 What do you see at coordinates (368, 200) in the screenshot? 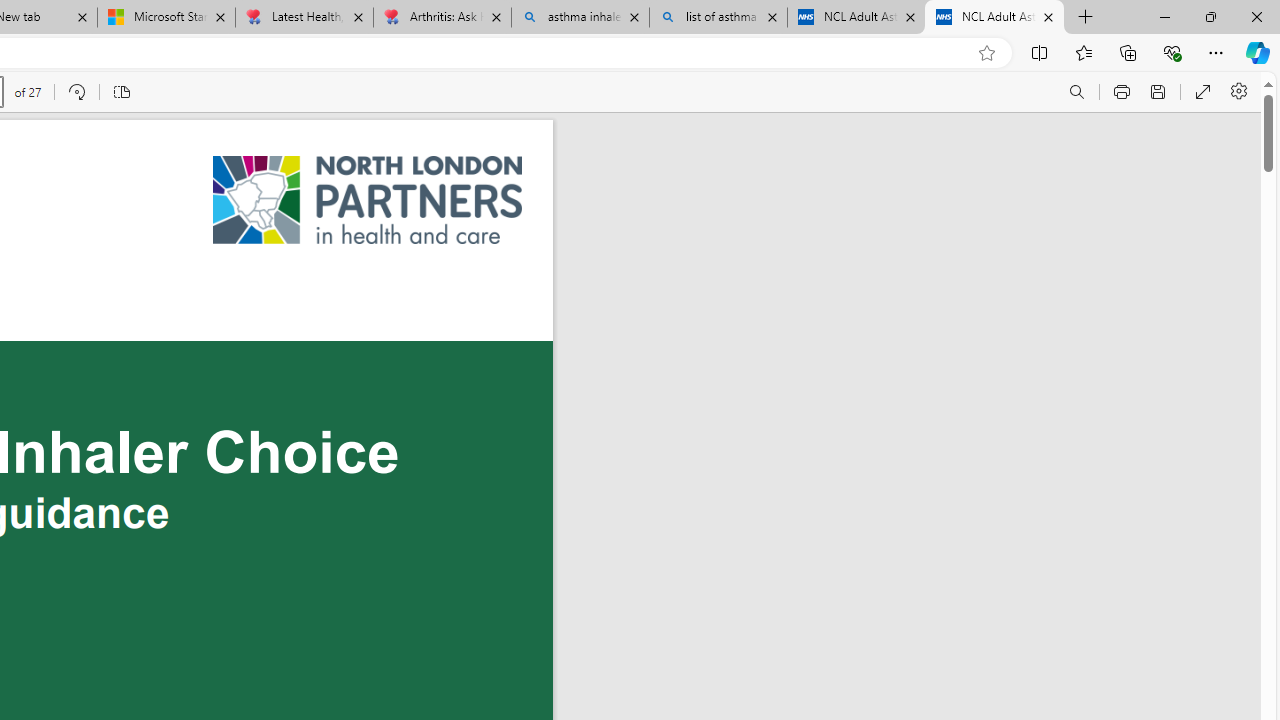
I see `'Unlabeled graphic'` at bounding box center [368, 200].